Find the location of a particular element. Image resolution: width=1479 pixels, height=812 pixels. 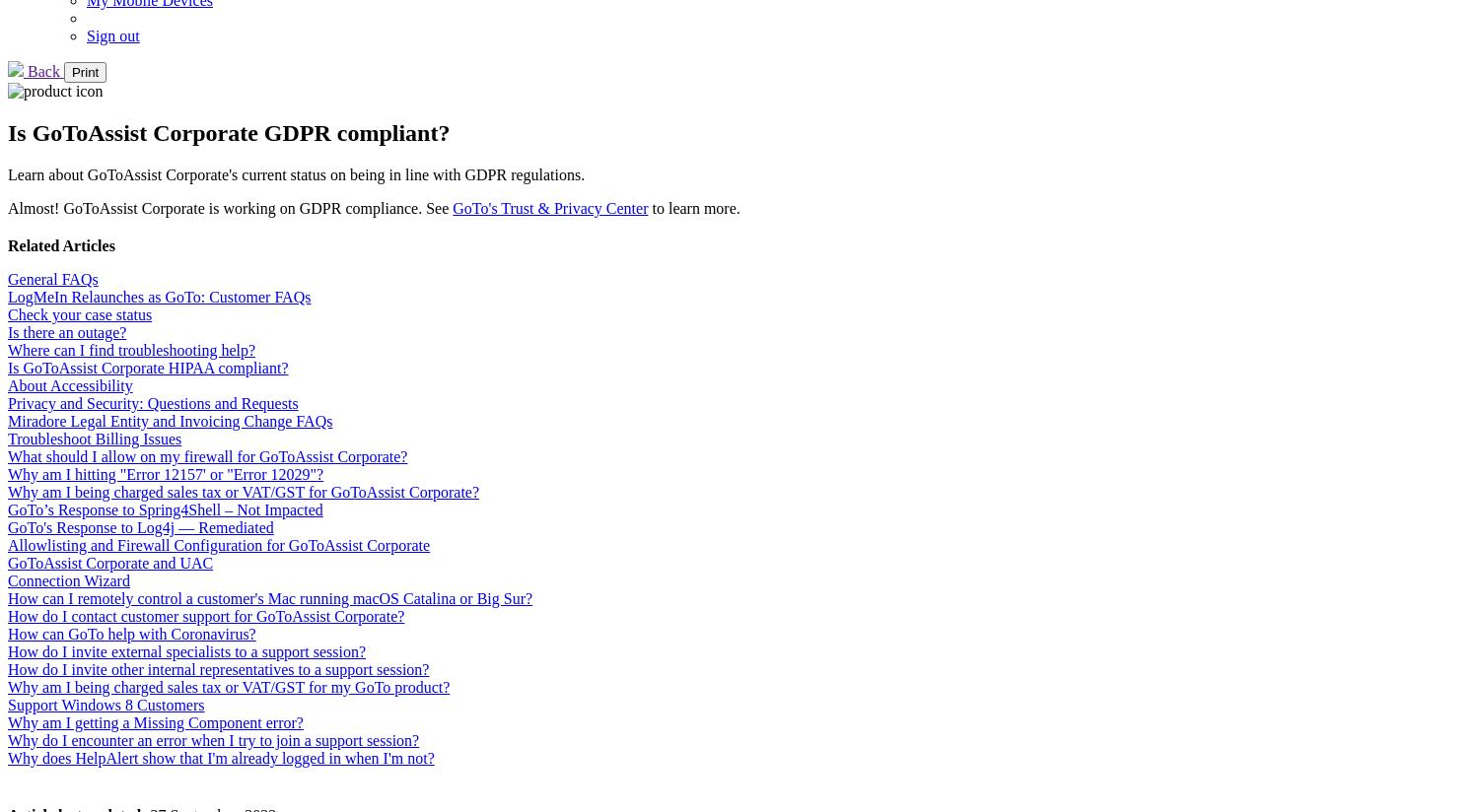

'Allowlisting and Firewall Configuration for GoToAssist Corporate' is located at coordinates (7, 543).